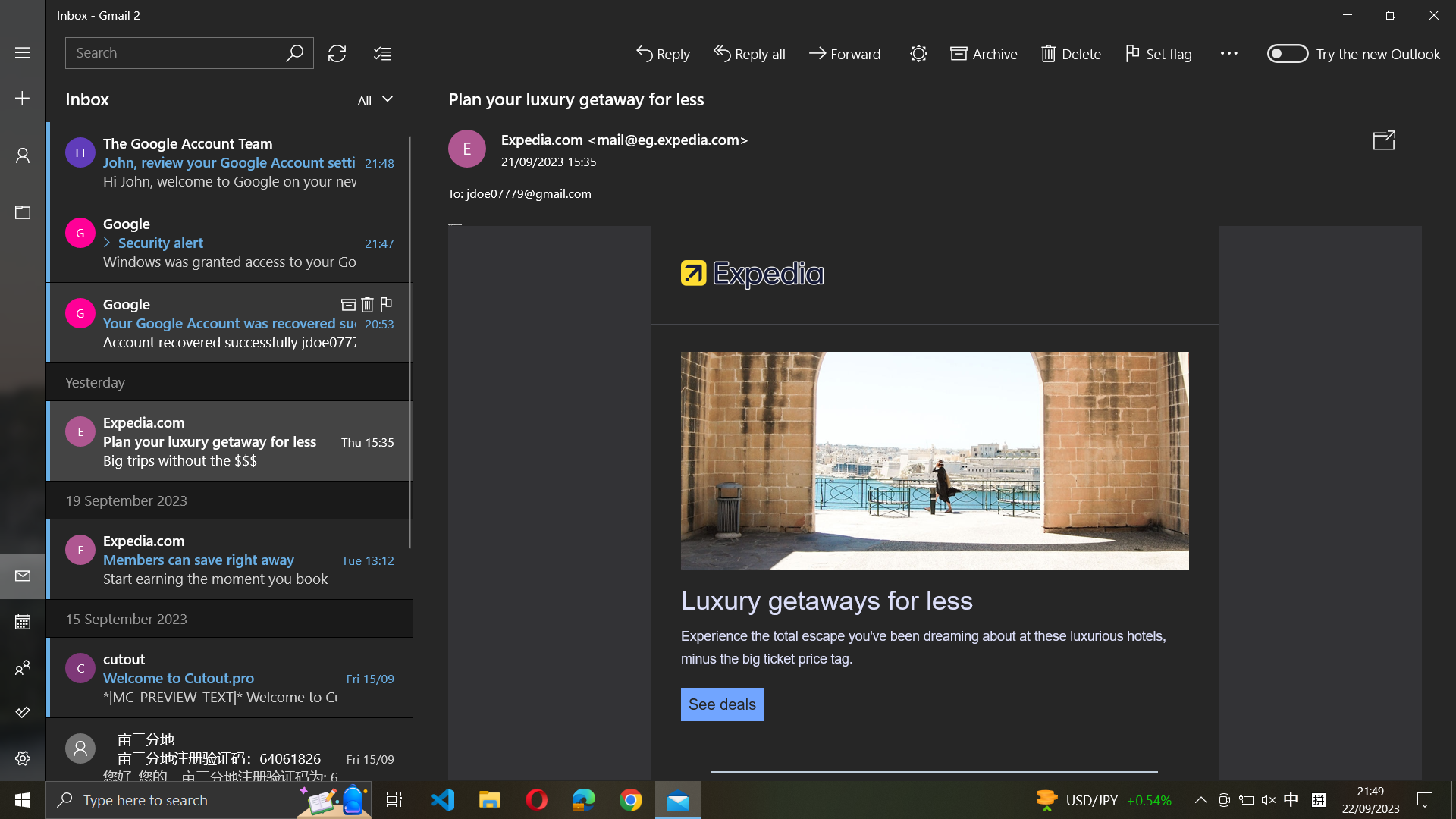 The image size is (1456, 819). Describe the element at coordinates (721, 703) in the screenshot. I see `Inspect the details of the current email` at that location.